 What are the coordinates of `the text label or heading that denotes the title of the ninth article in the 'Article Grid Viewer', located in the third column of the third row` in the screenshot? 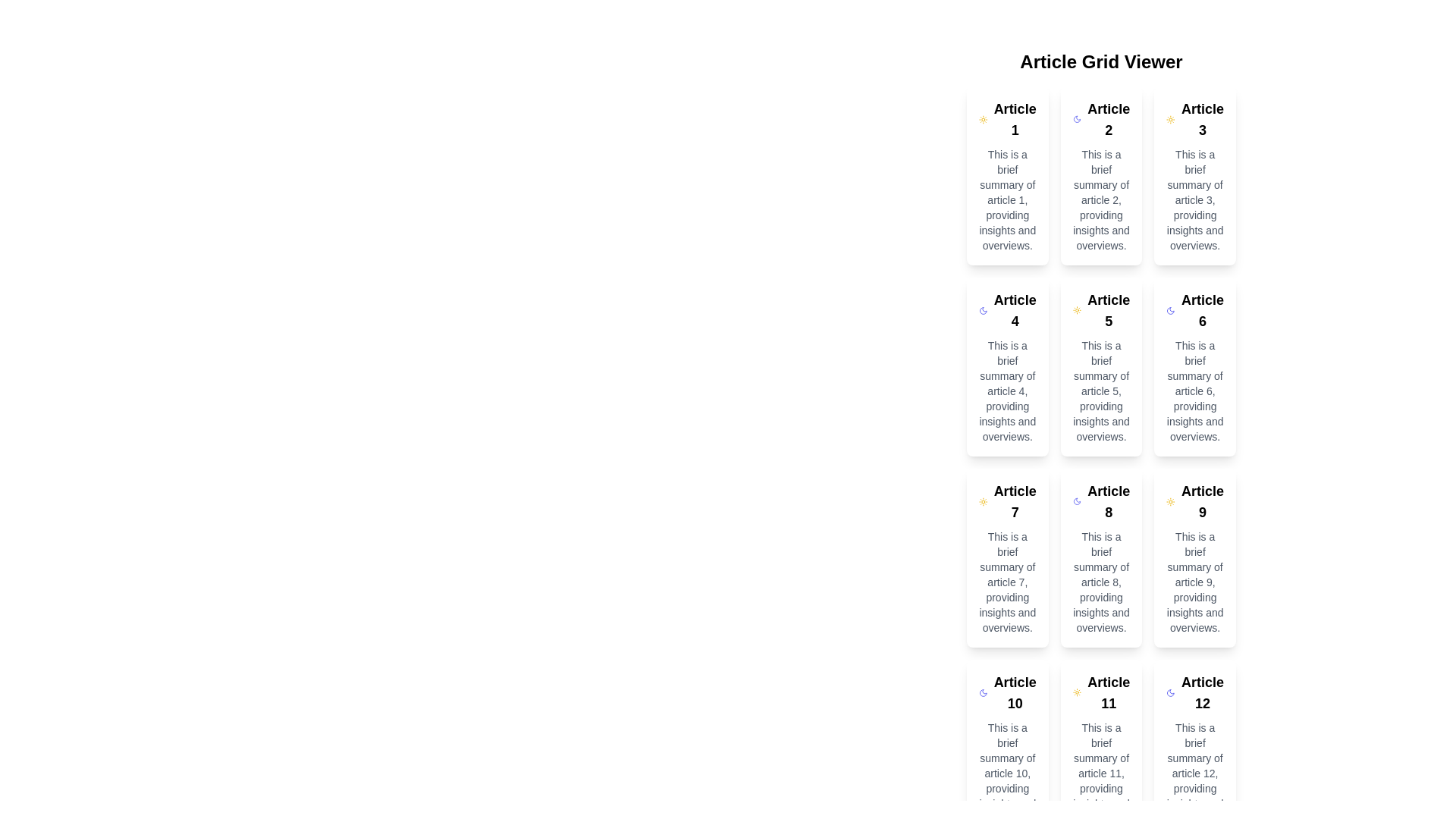 It's located at (1201, 502).